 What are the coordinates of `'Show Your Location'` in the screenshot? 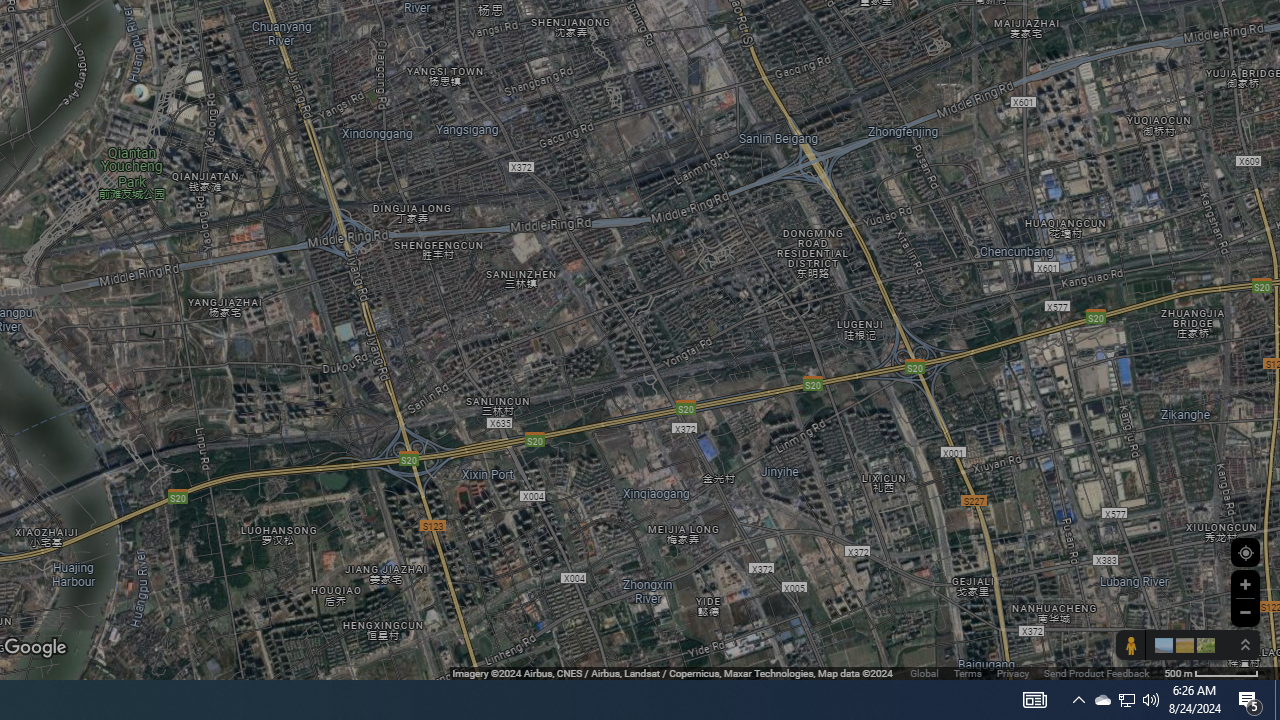 It's located at (1244, 552).